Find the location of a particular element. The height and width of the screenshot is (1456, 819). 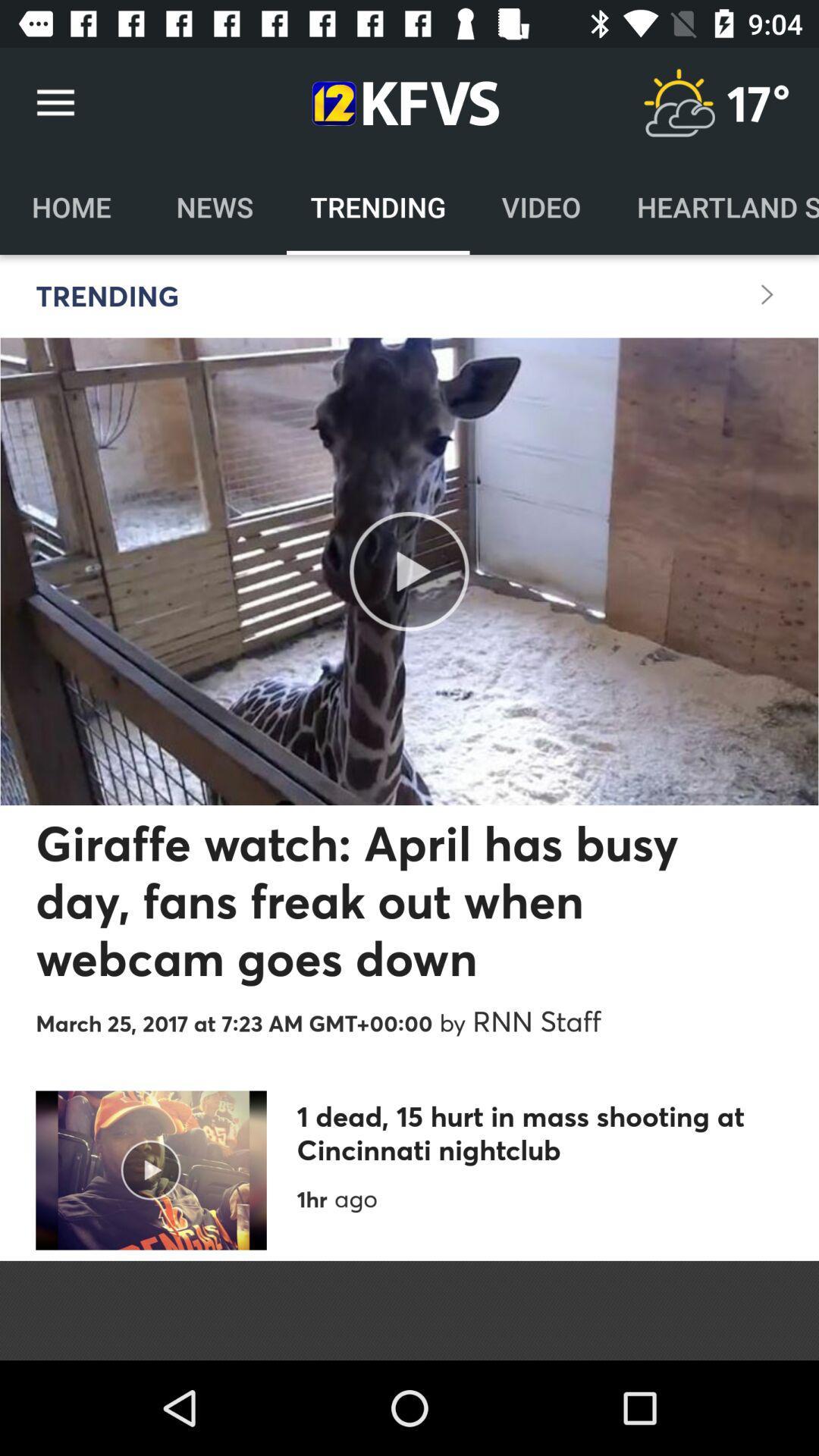

check weather is located at coordinates (678, 102).